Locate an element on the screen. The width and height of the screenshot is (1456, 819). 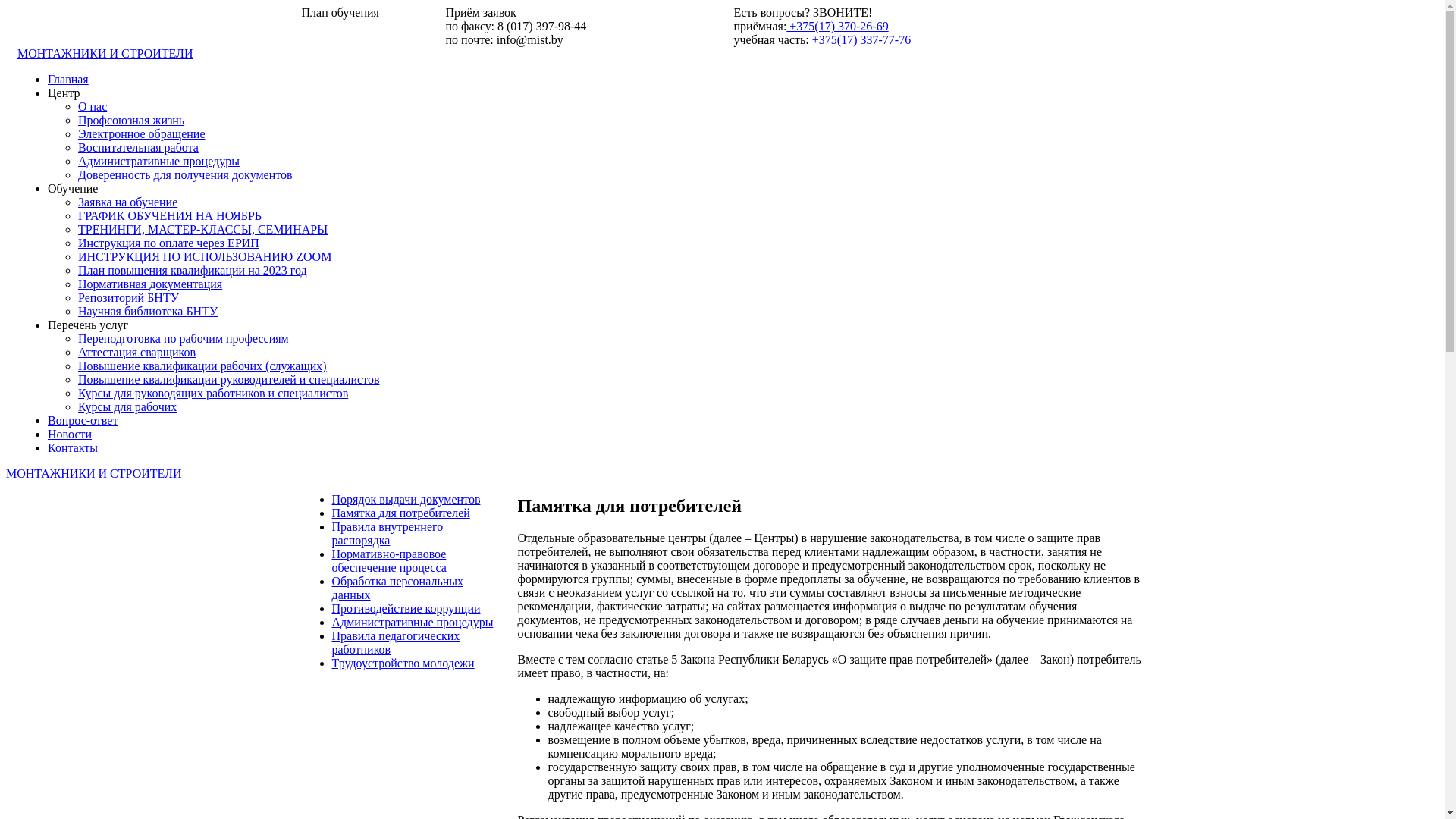
'+375(17) 370-26-69' is located at coordinates (786, 26).